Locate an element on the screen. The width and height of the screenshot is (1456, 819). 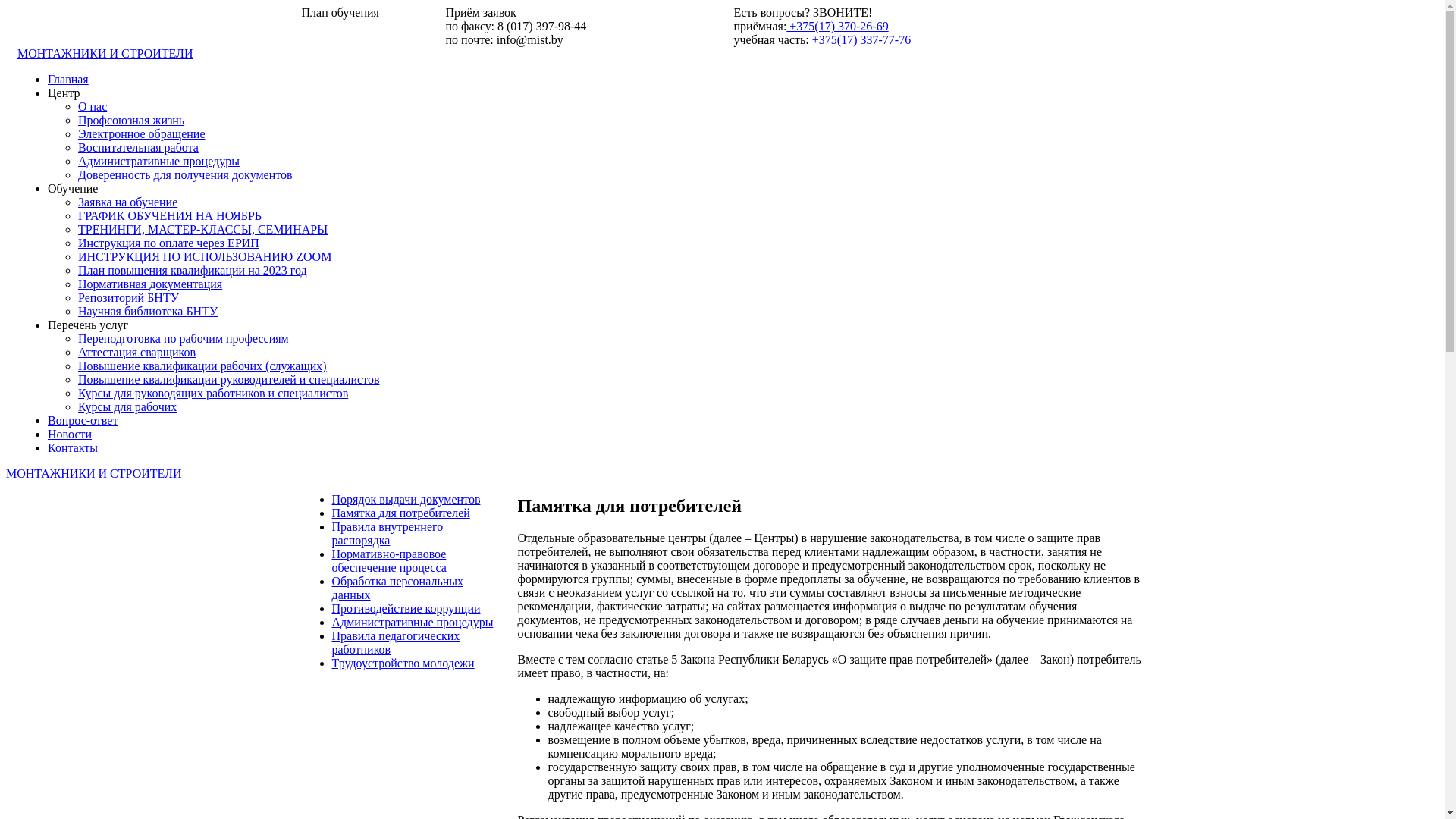
'+375(17) 370-26-69' is located at coordinates (786, 26).